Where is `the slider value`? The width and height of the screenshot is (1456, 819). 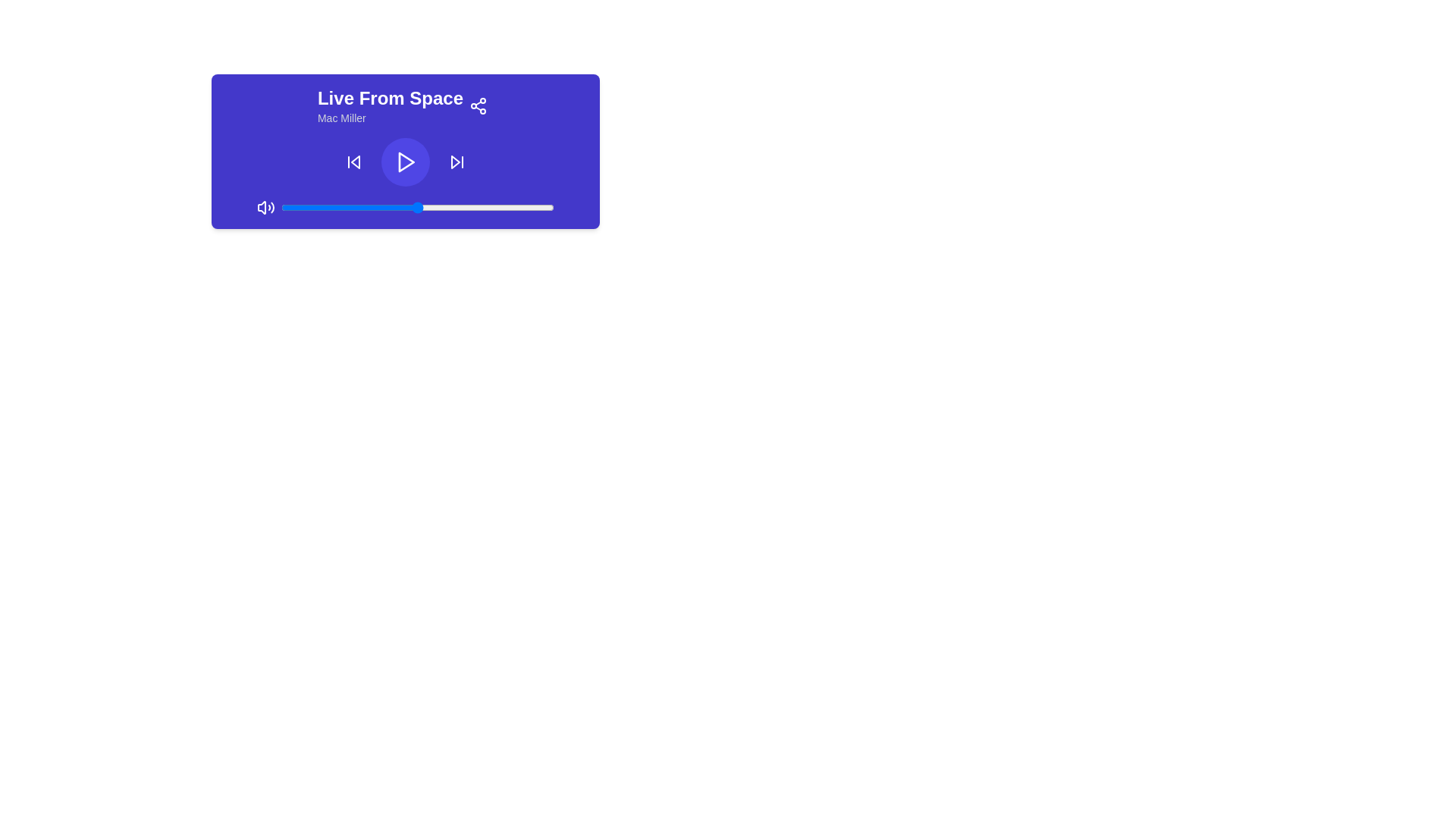
the slider value is located at coordinates (315, 207).